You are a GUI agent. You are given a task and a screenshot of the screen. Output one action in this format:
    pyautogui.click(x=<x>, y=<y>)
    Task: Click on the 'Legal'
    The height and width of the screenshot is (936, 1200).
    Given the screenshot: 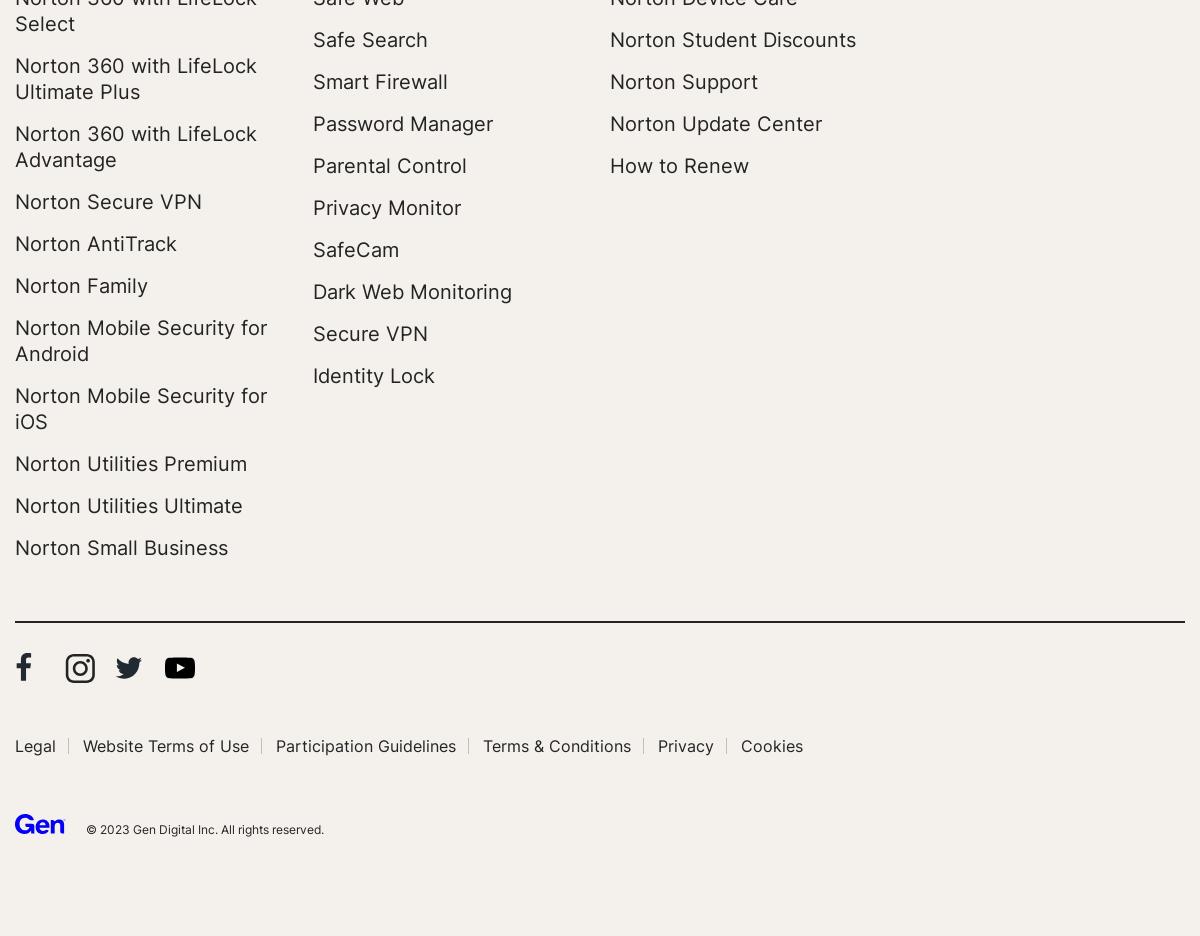 What is the action you would take?
    pyautogui.click(x=35, y=745)
    